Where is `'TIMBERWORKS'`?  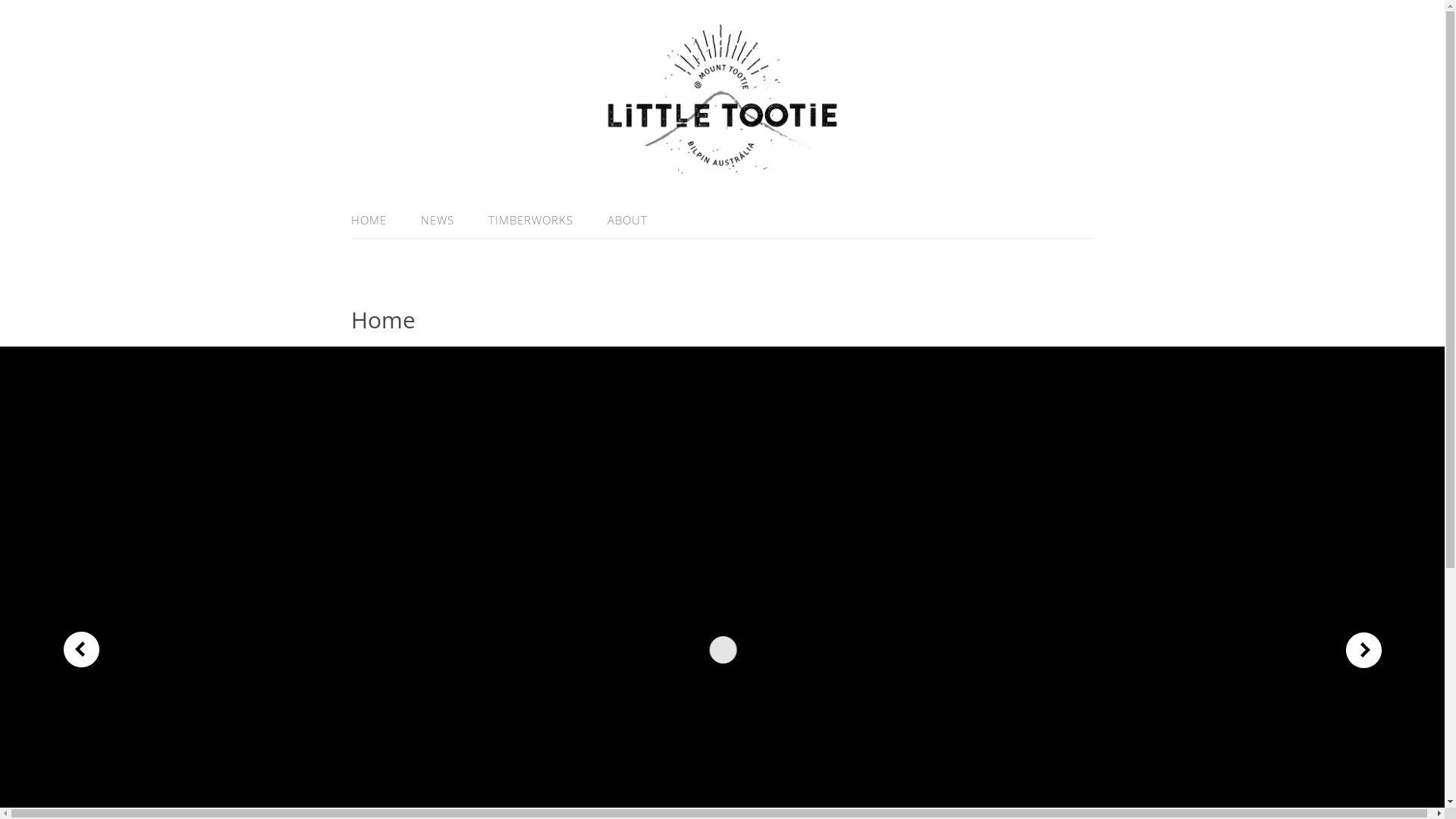 'TIMBERWORKS' is located at coordinates (531, 220).